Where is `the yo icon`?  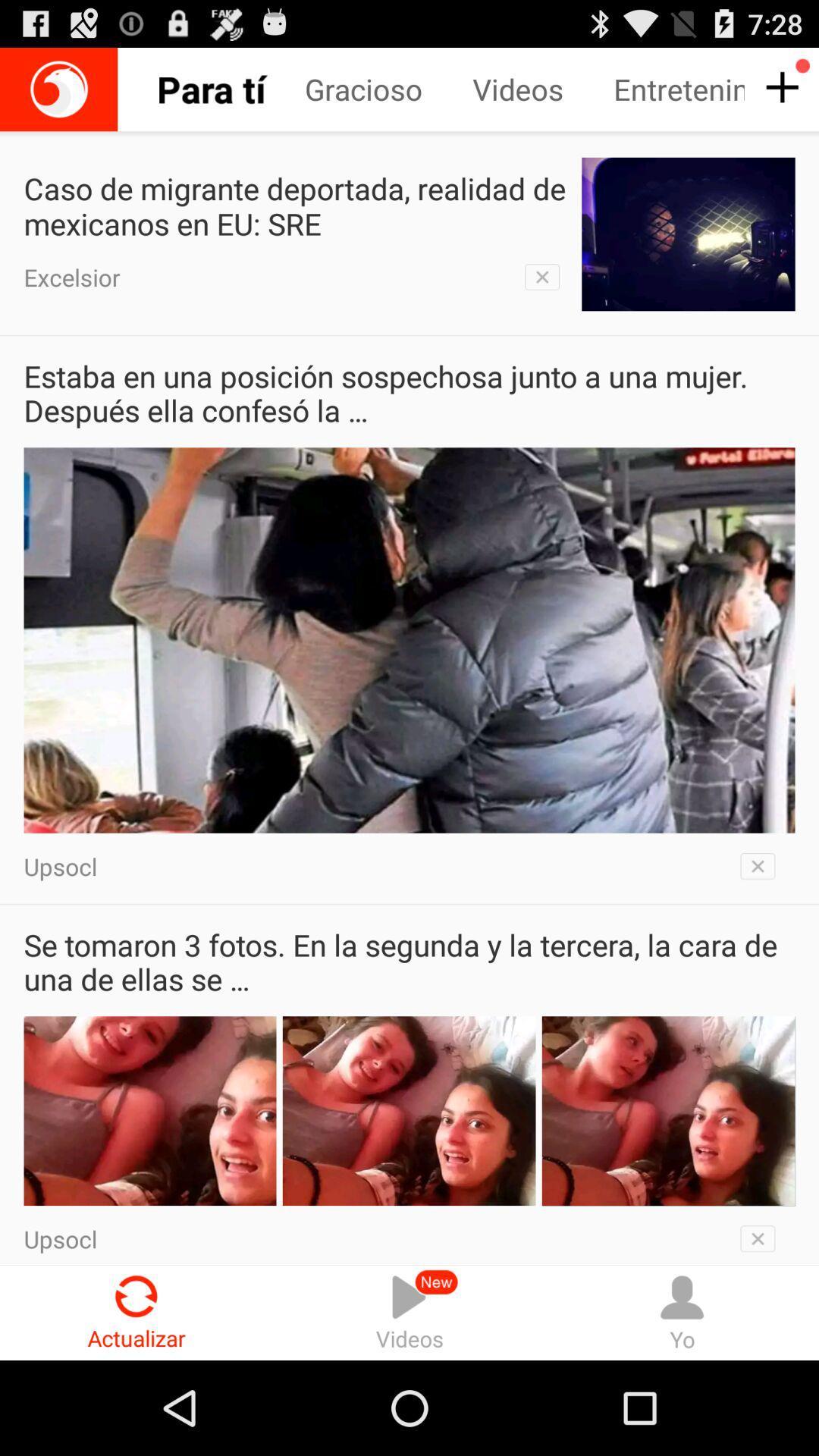
the yo icon is located at coordinates (681, 1312).